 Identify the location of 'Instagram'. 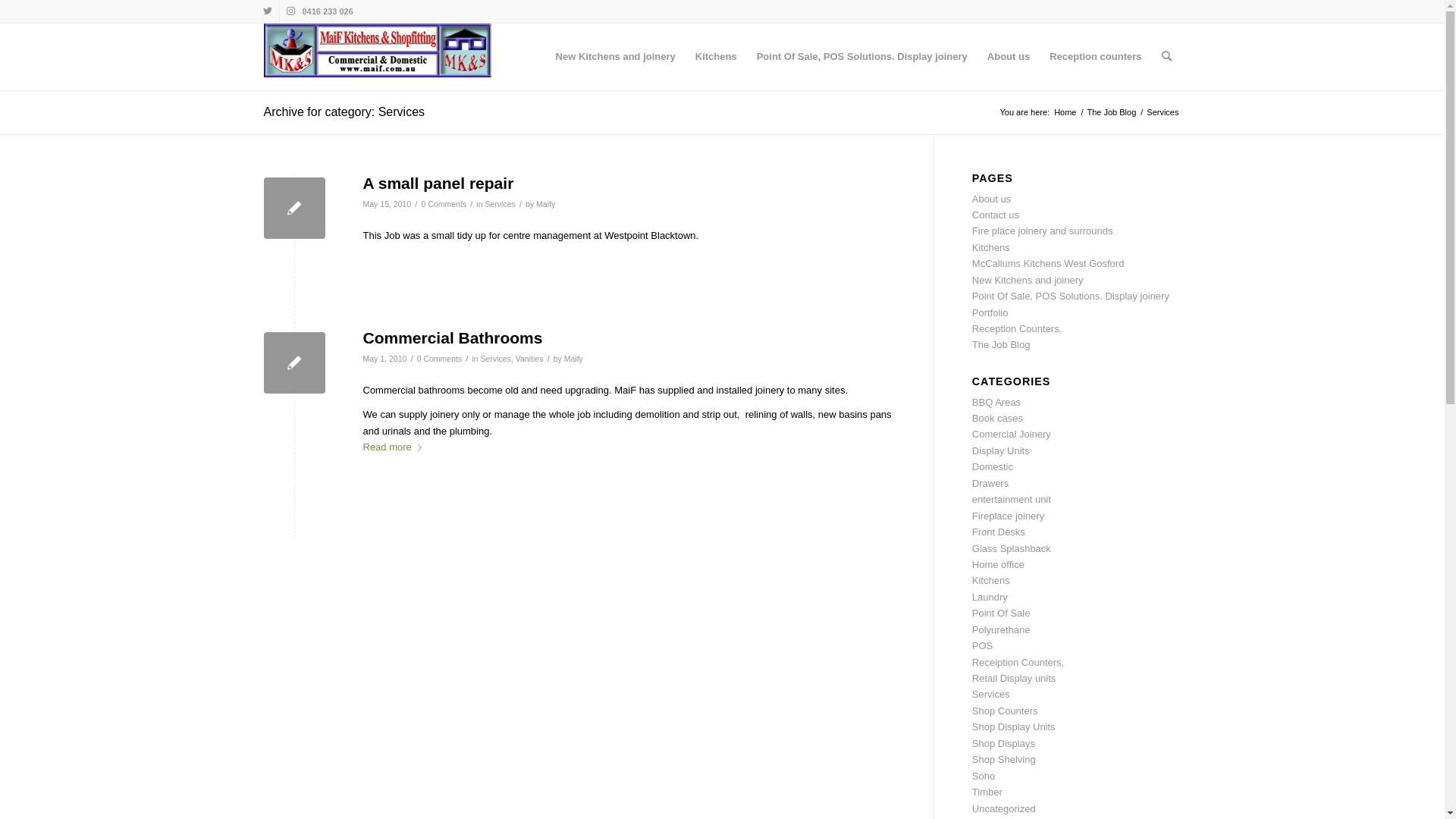
(290, 11).